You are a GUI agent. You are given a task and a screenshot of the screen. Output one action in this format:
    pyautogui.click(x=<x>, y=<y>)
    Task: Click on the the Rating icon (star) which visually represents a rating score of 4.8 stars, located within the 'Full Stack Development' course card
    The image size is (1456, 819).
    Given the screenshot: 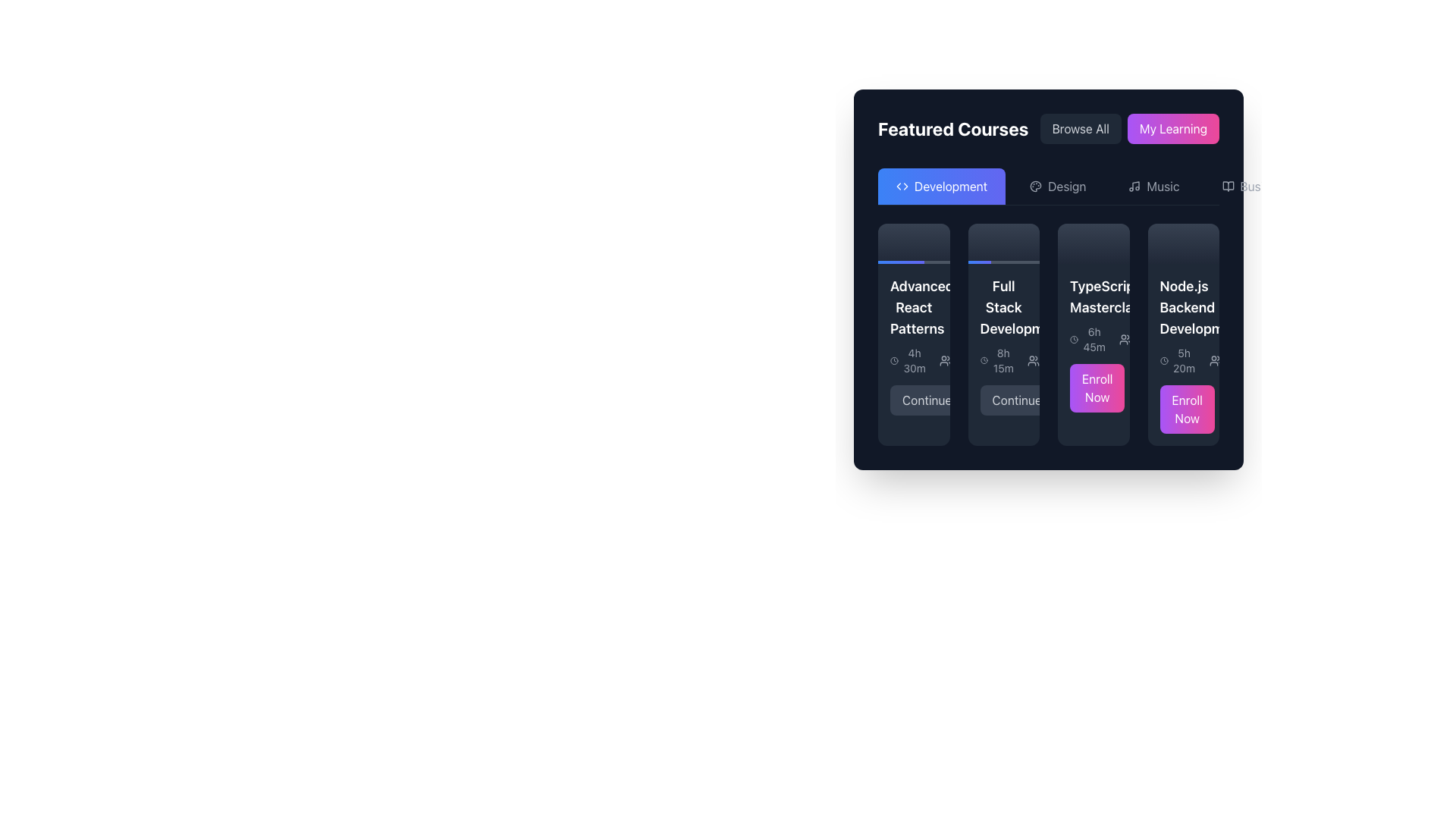 What is the action you would take?
    pyautogui.click(x=999, y=361)
    